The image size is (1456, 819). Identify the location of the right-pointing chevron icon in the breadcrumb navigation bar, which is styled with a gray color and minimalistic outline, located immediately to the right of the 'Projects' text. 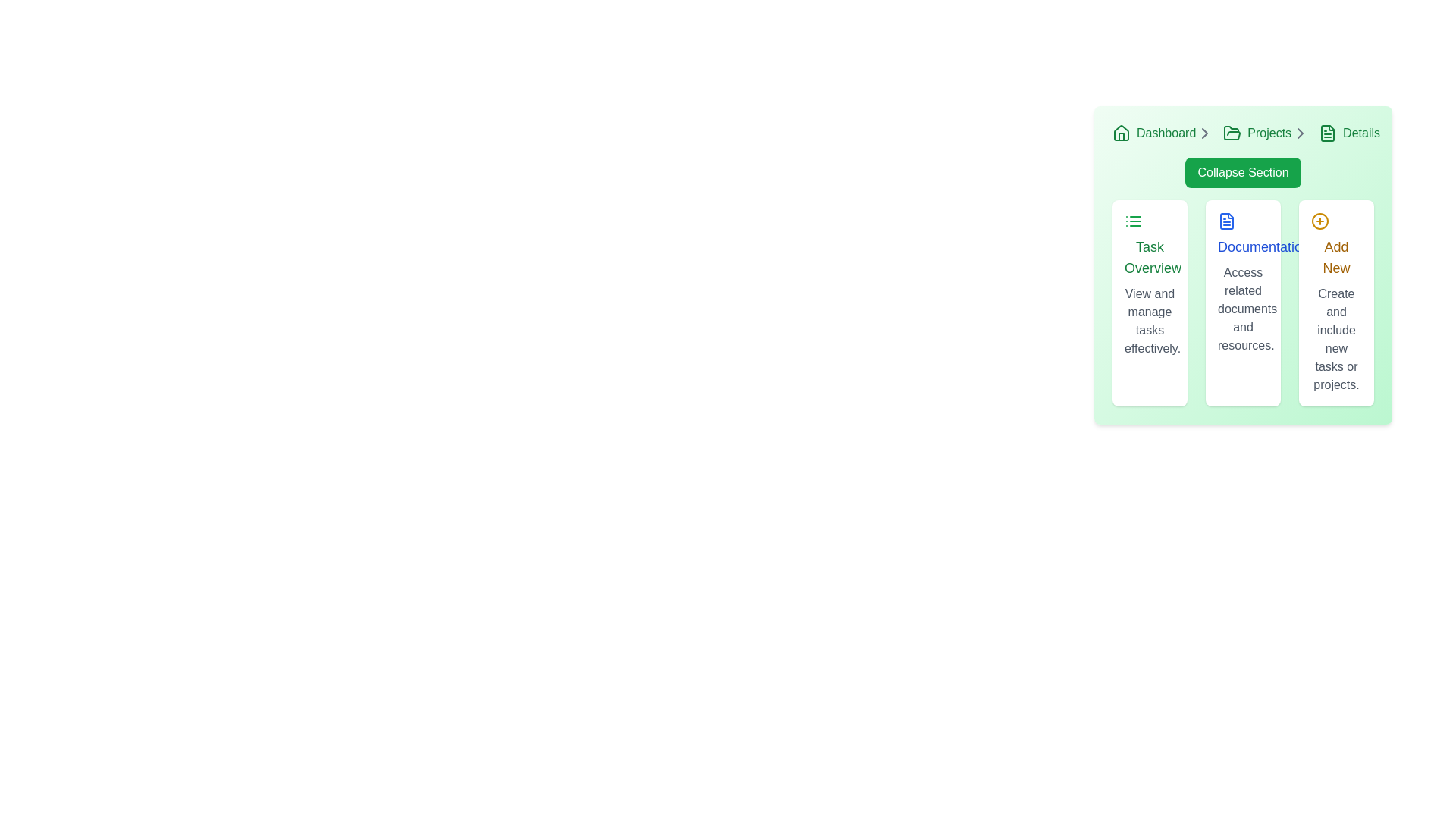
(1300, 133).